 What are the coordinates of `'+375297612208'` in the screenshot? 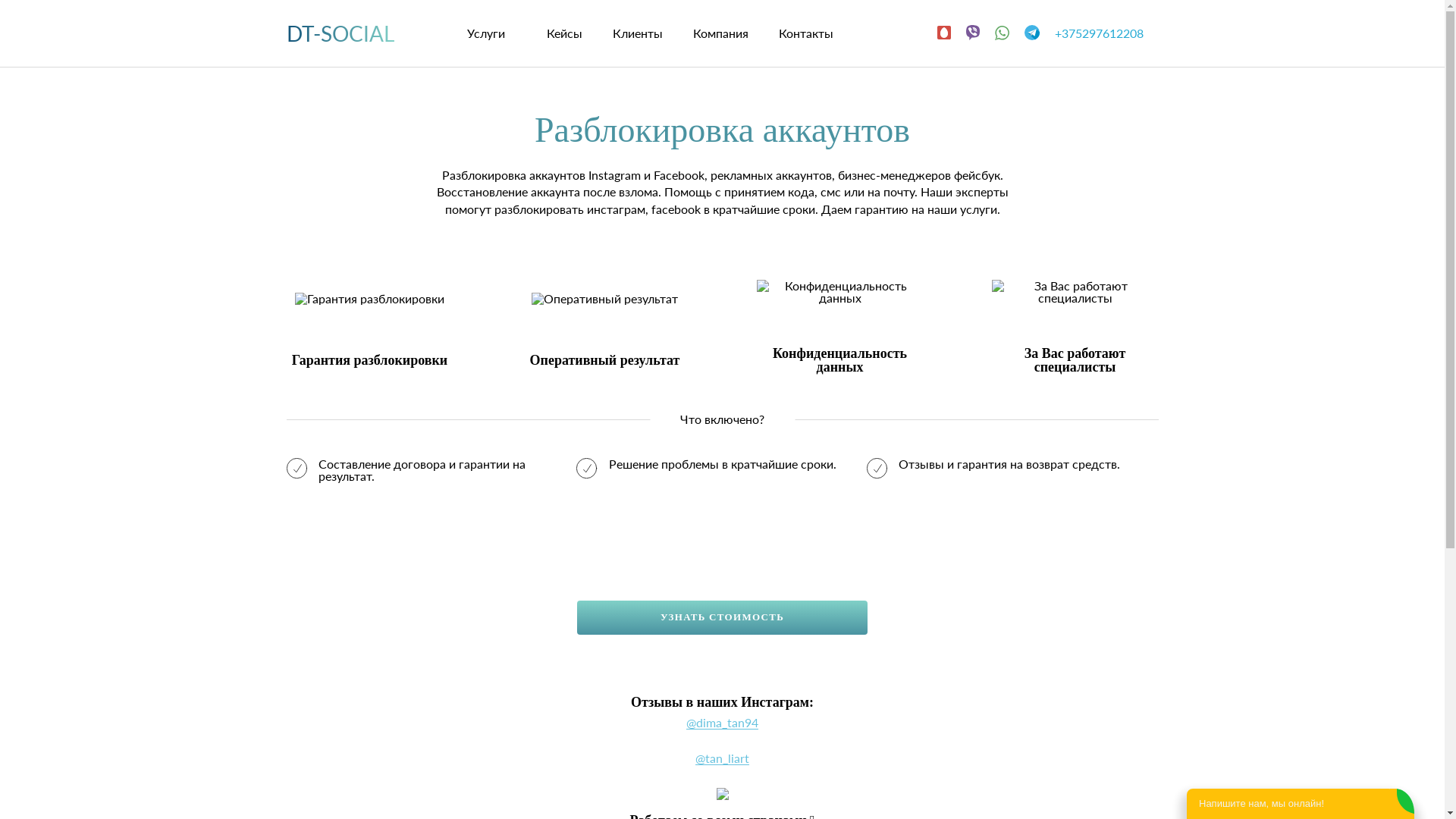 It's located at (1106, 33).